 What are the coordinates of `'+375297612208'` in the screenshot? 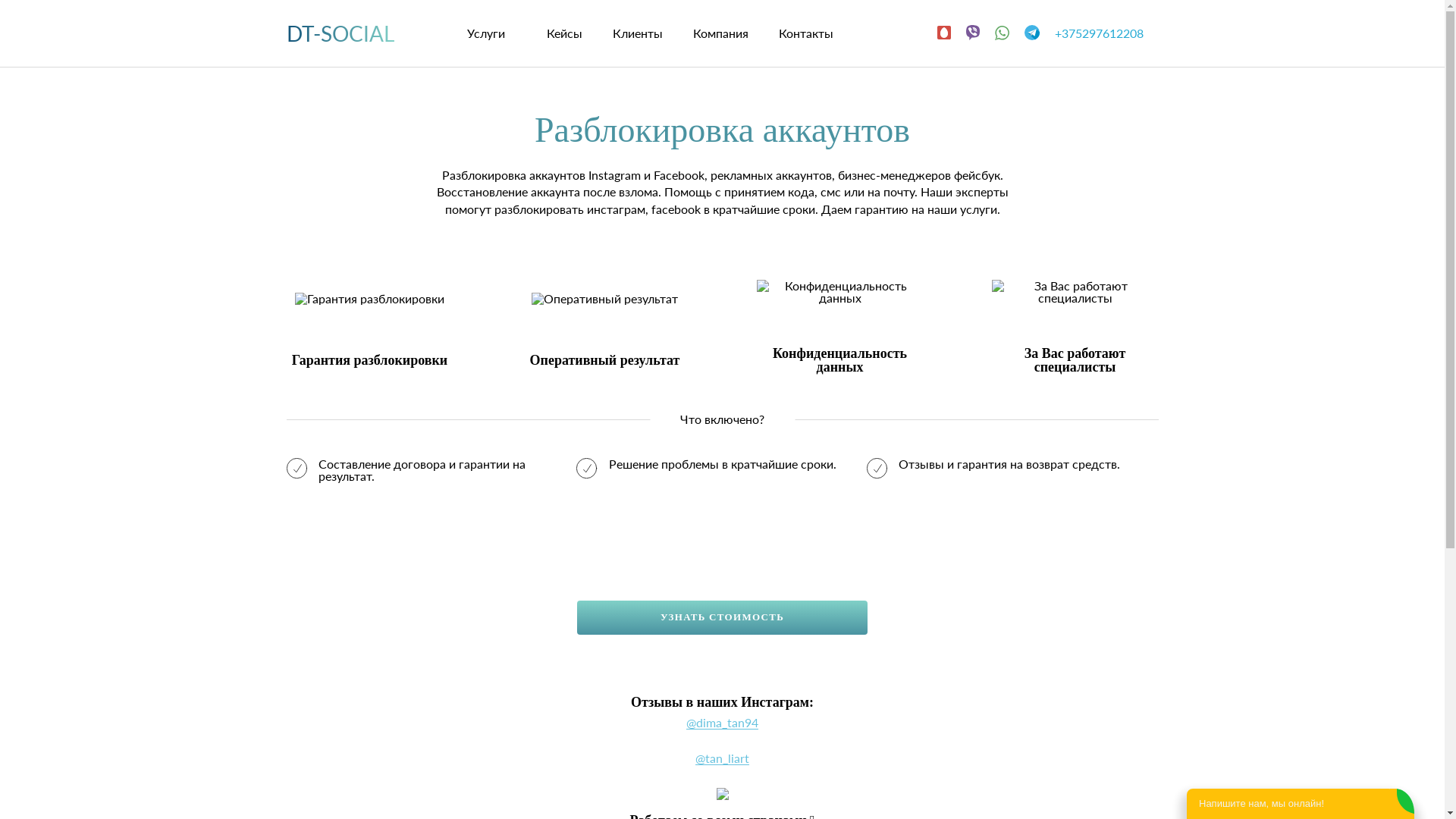 It's located at (1106, 33).